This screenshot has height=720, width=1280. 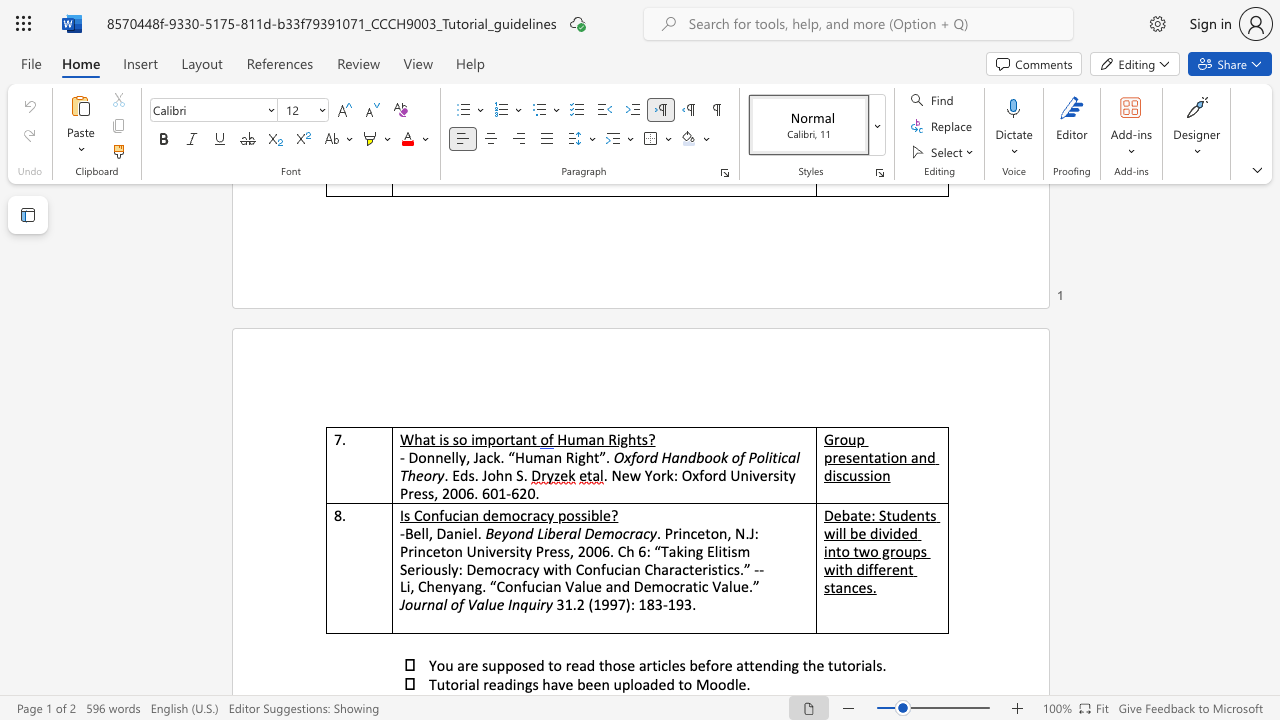 I want to click on the subset text "ght" within the text "Human Rights?", so click(x=619, y=438).